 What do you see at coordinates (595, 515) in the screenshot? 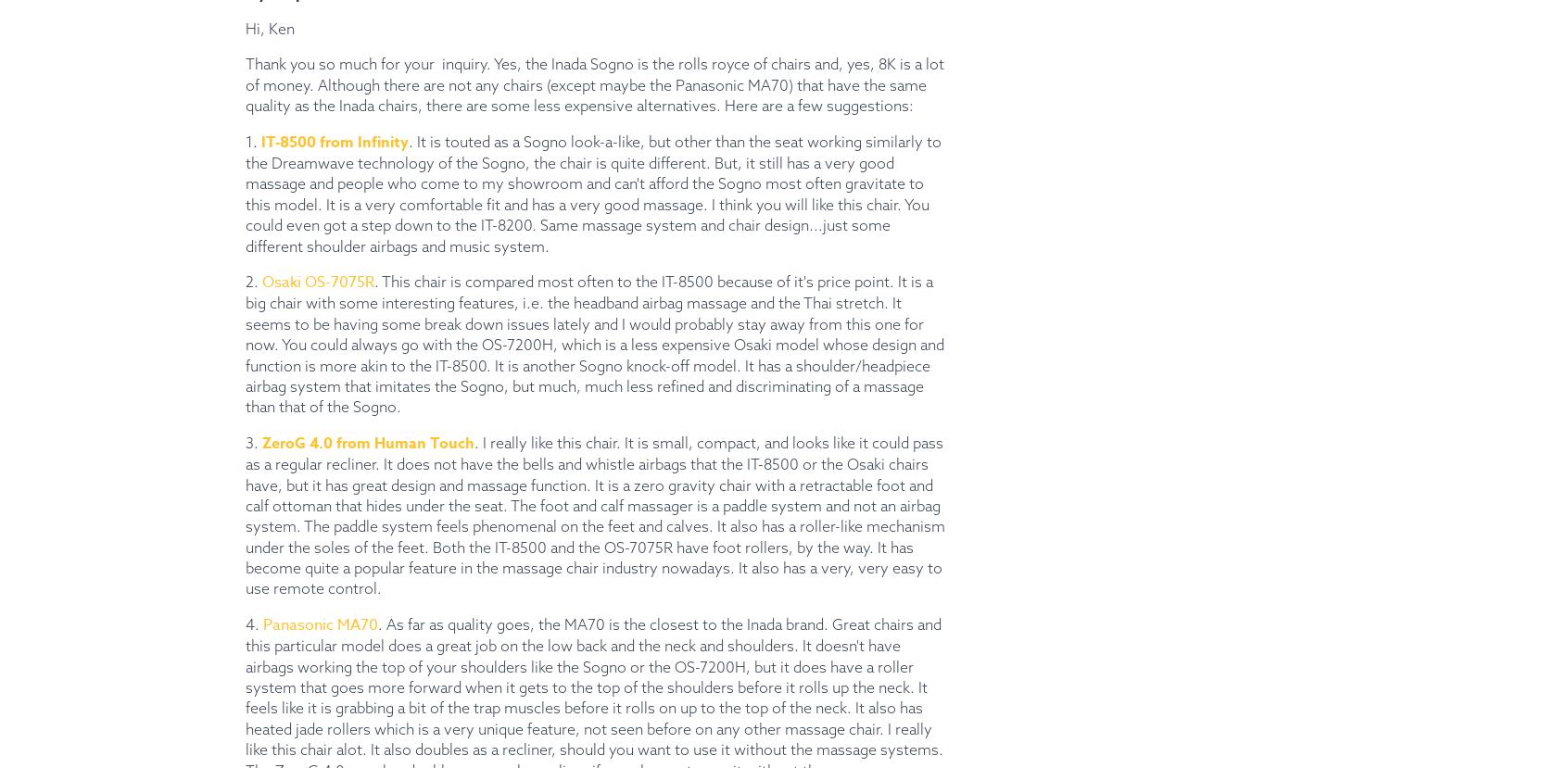
I see `'. I really like this chair. It is small, compact, and looks like it could pass as a regular recliner. It does not have the bells and whistle airbags that the IT-8500 or the Osaki chairs have, but it has great design and massage function. It is a zero gravity chair with a retractable foot and calf ottoman that hides under the seat. The foot and calf massager is a paddle system and not an airbag system. The paddle system feels phenomenal on the feet and calves. It also has a roller-like mechanism under the soles of the feet. Both the IT-8500 and the OS-7075R have foot rollers, by the way. It has become quite a popular feature in the massage chair industry nowadays. It also has a very, very easy to use remote control.'` at bounding box center [595, 515].